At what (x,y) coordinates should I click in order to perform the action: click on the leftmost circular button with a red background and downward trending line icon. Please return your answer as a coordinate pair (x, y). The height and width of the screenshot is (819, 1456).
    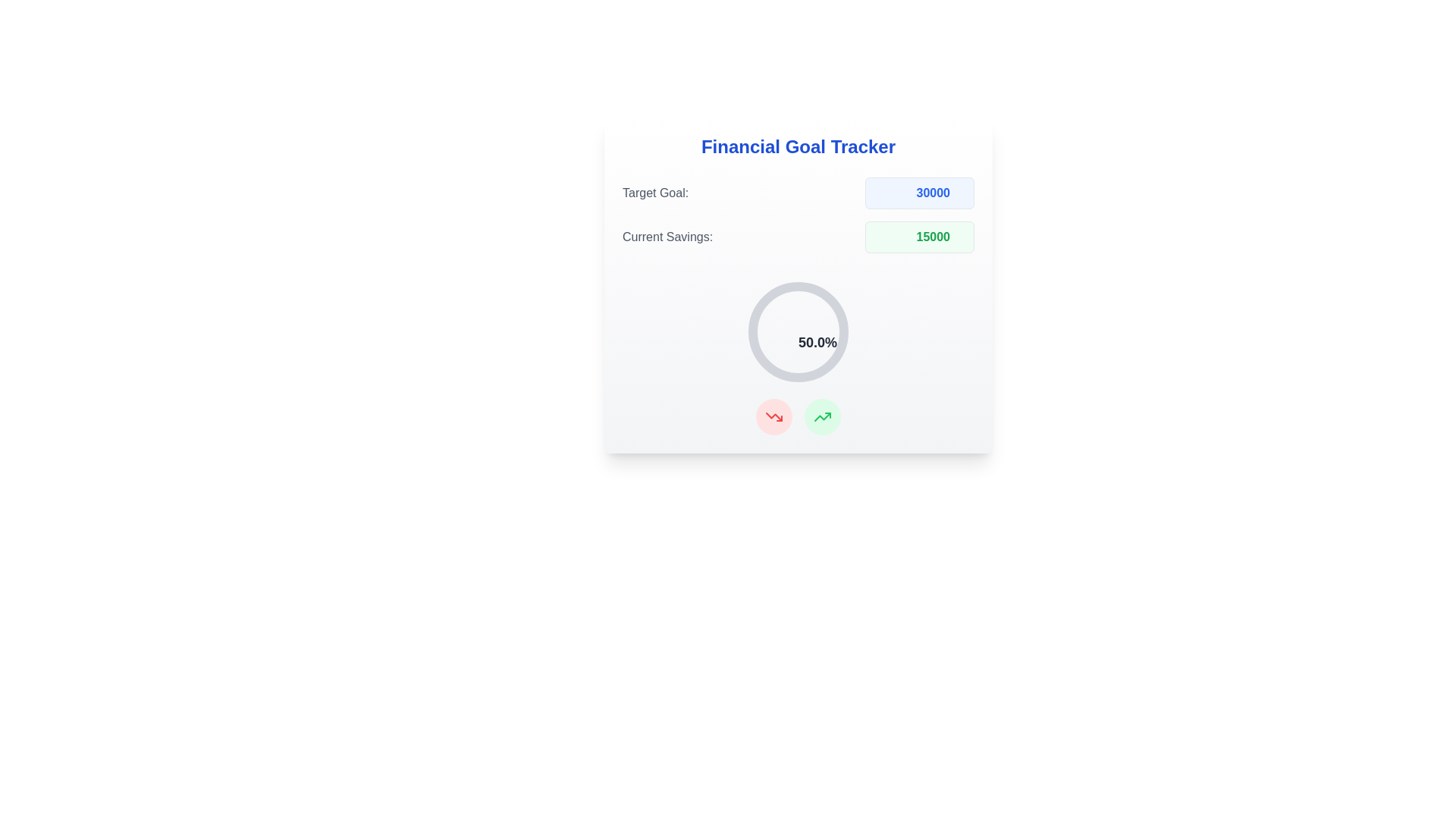
    Looking at the image, I should click on (774, 417).